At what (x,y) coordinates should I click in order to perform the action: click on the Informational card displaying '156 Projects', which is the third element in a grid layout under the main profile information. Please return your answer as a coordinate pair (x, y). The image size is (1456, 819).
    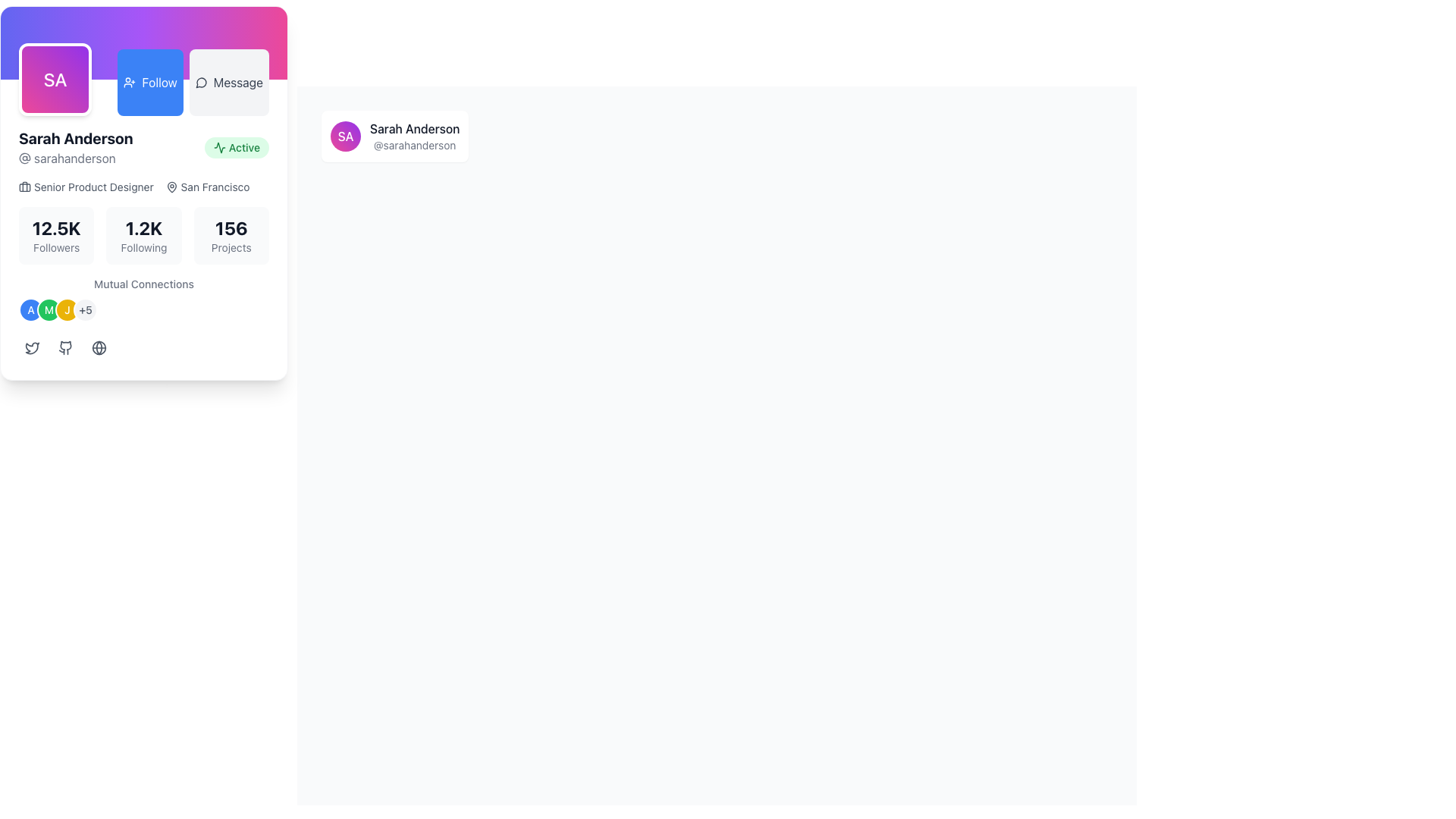
    Looking at the image, I should click on (231, 236).